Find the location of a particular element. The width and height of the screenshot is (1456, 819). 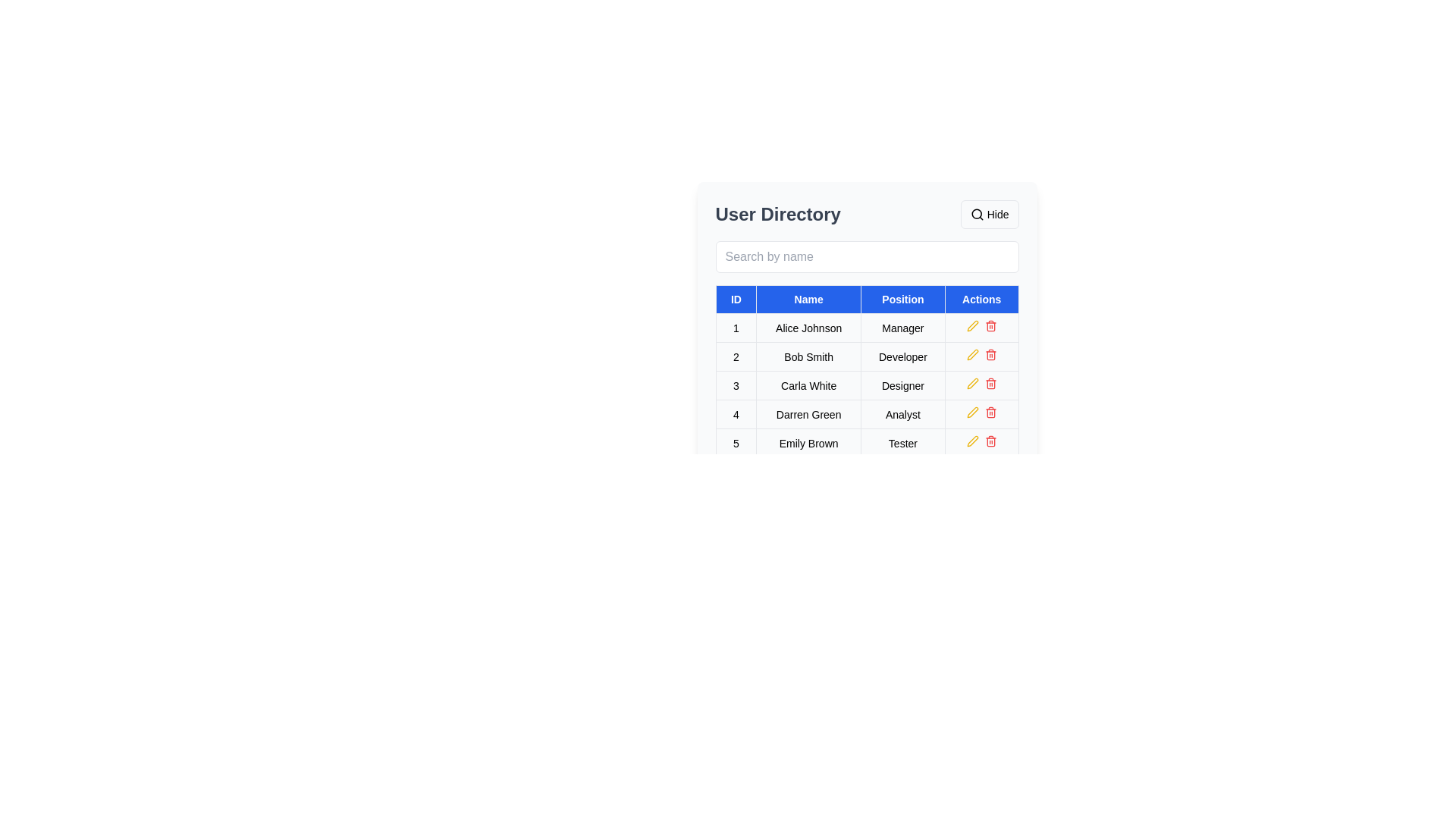

the table row containing information about 'Bob Smith' is located at coordinates (867, 356).